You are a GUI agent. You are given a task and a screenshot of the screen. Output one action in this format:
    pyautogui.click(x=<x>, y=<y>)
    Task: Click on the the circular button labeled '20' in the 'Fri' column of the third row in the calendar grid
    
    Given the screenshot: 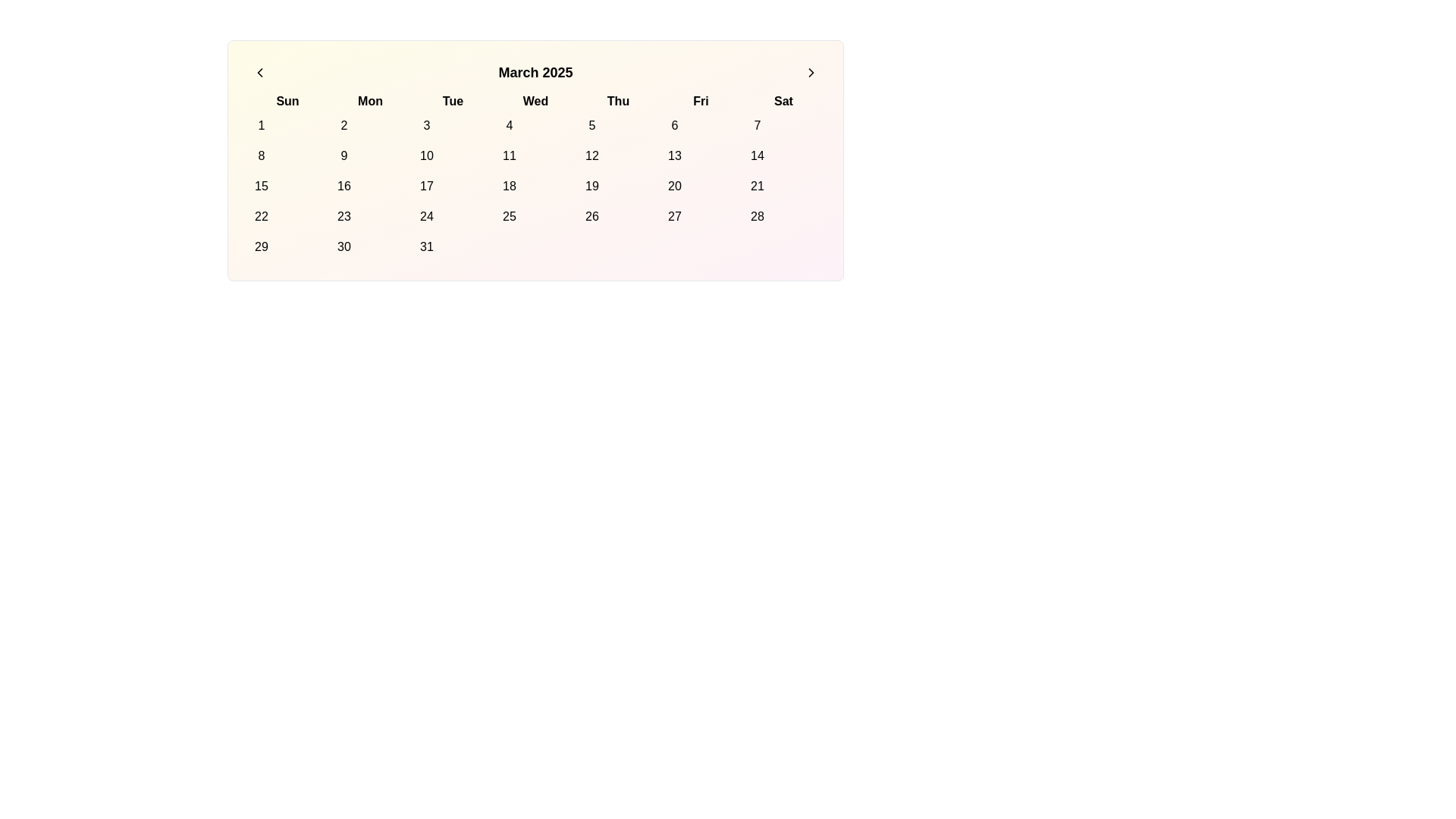 What is the action you would take?
    pyautogui.click(x=673, y=186)
    